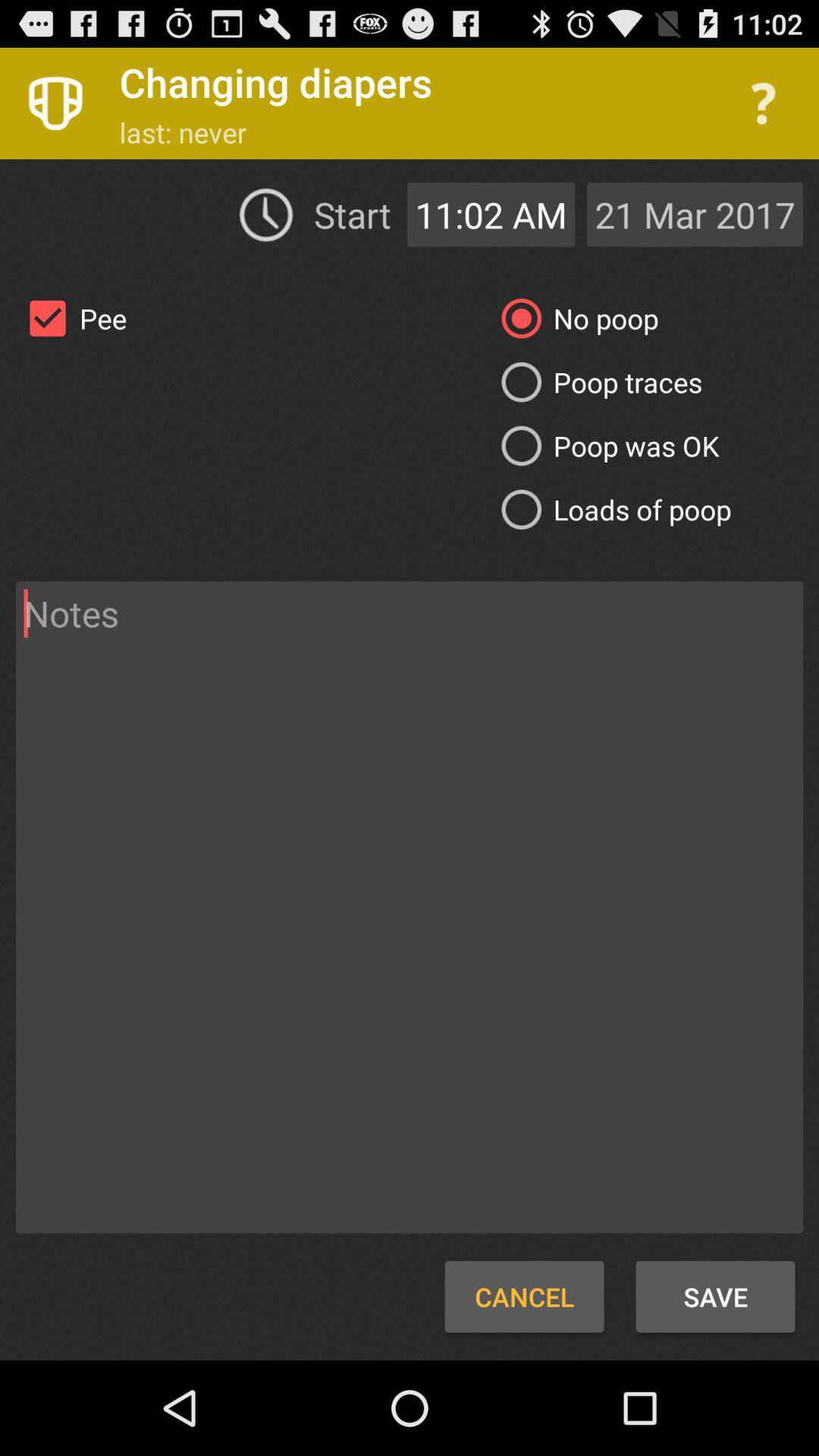  Describe the element at coordinates (595, 382) in the screenshot. I see `poop traces` at that location.